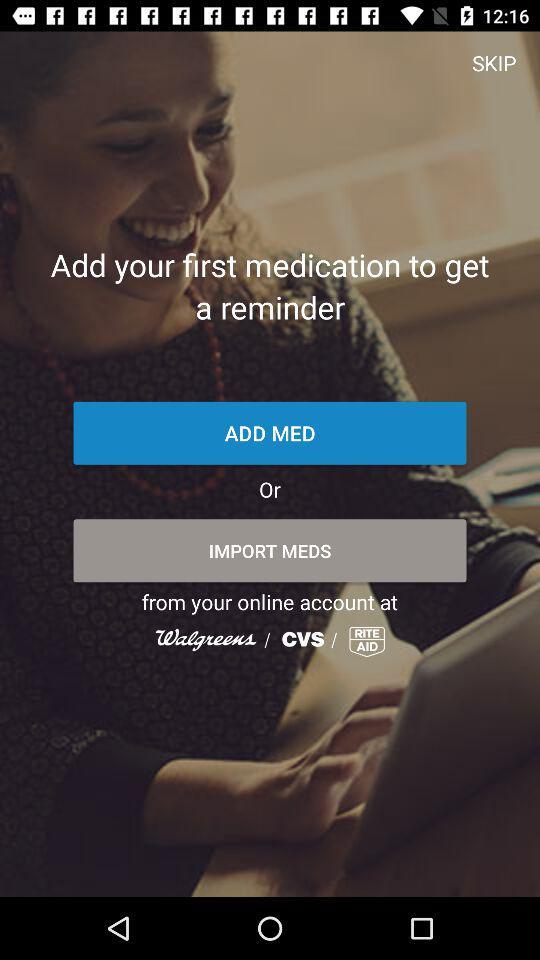 The image size is (540, 960). Describe the element at coordinates (270, 433) in the screenshot. I see `item below the add your first item` at that location.